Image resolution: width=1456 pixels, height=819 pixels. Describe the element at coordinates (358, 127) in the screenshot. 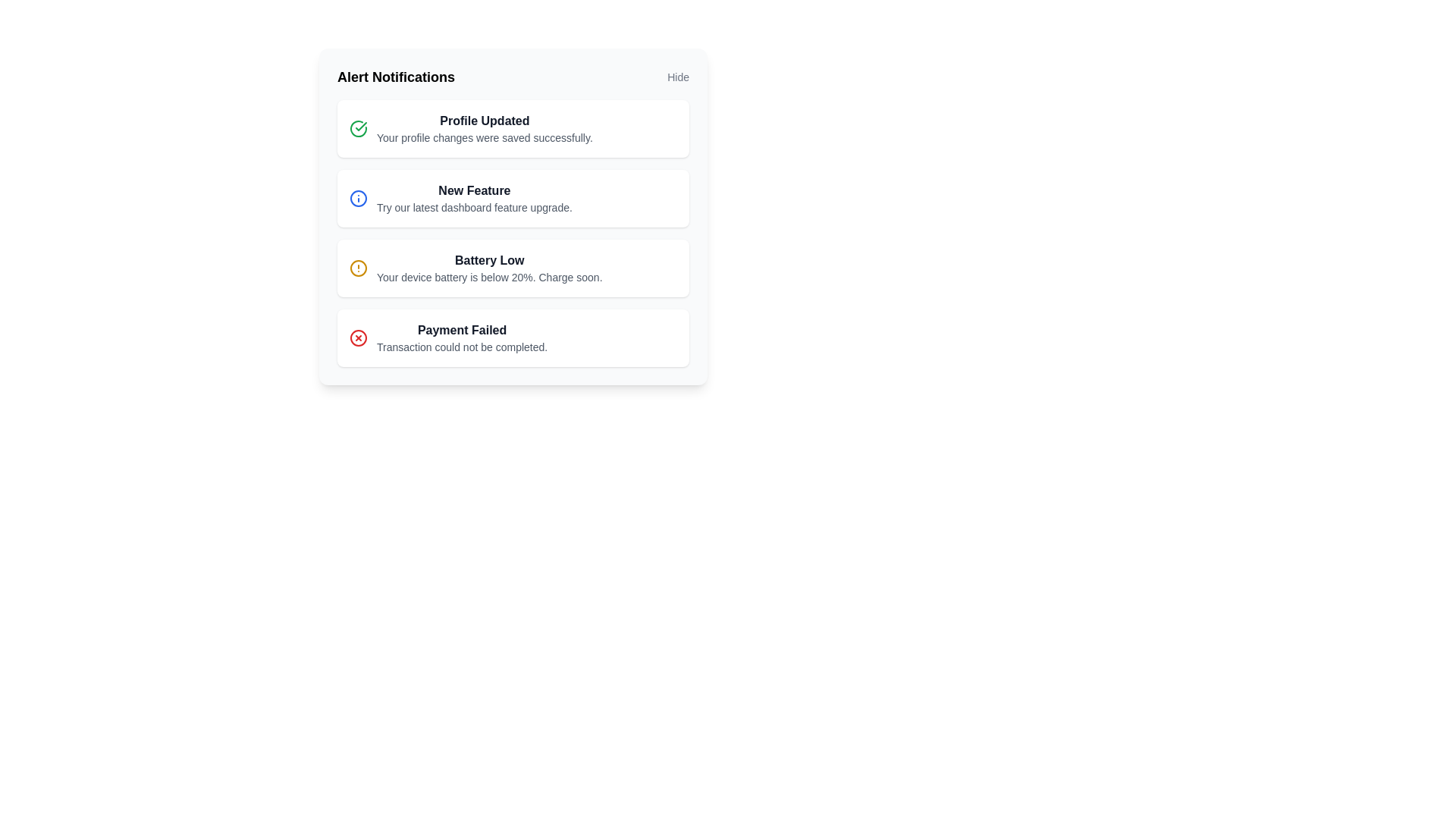

I see `the circular green icon with a checkmark, located to the left of the text 'Profile Updated' in the first alert notification box` at that location.